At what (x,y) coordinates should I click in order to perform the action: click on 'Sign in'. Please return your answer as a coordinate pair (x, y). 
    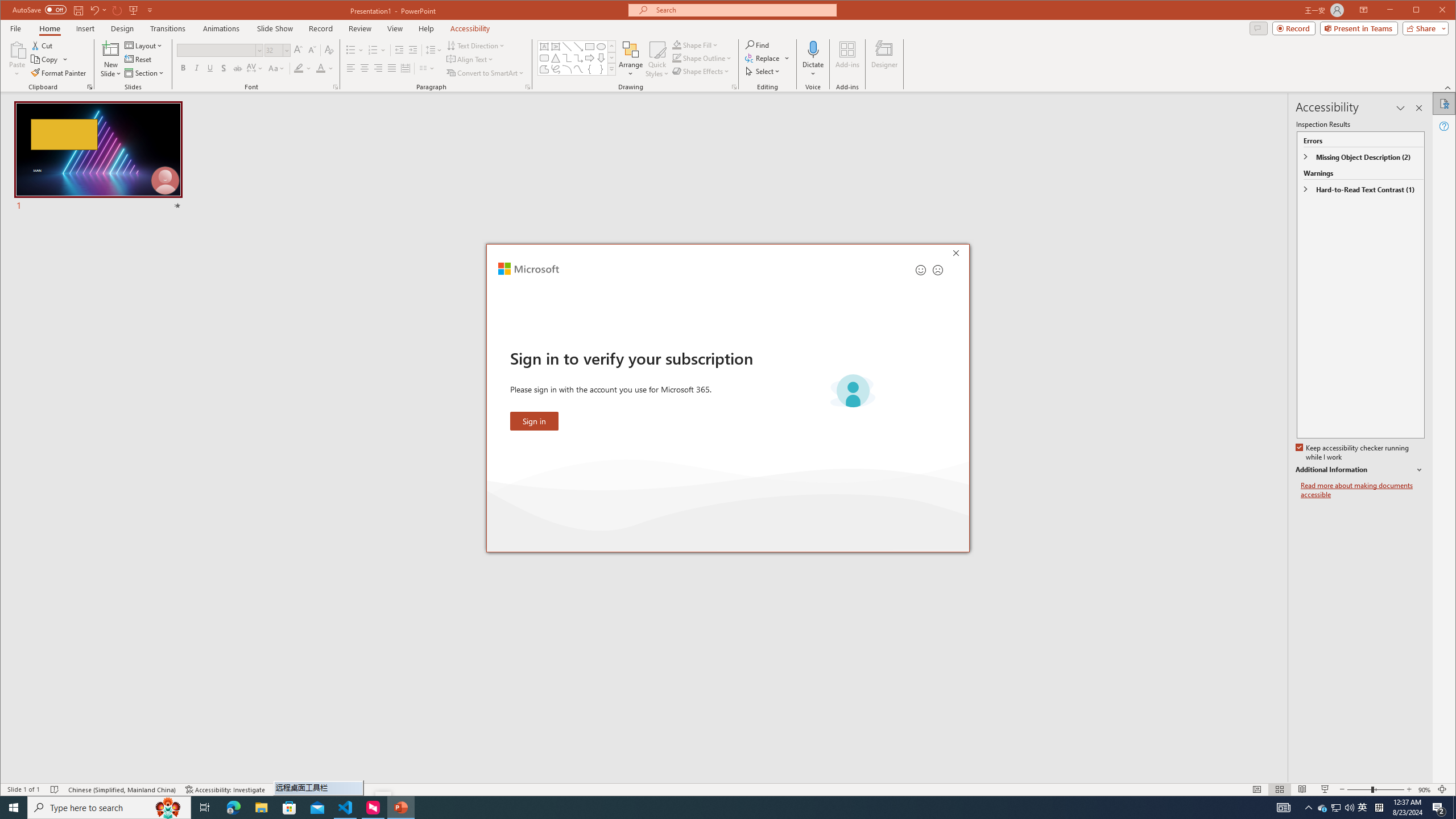
    Looking at the image, I should click on (533, 420).